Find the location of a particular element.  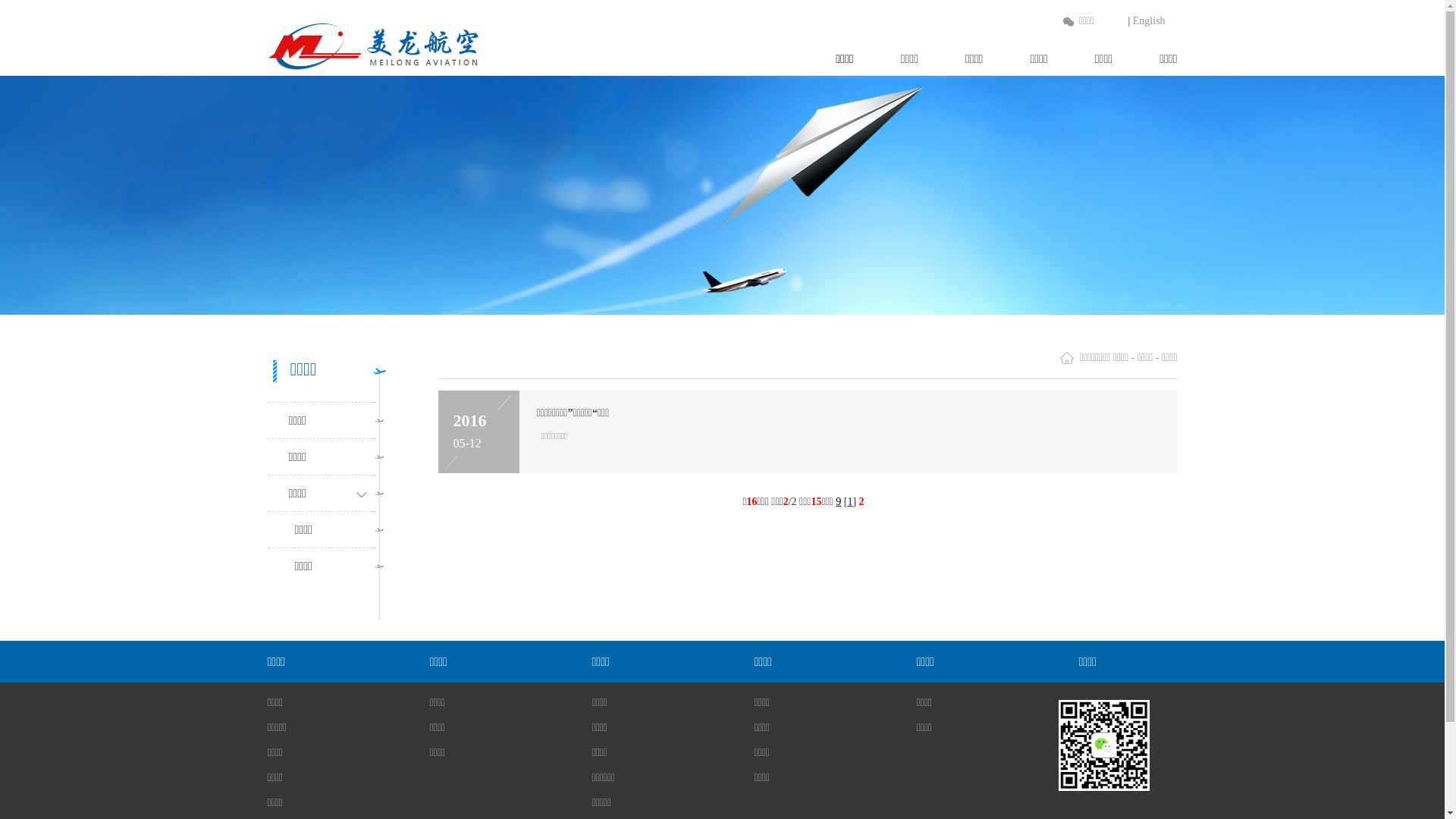

'9' is located at coordinates (837, 501).